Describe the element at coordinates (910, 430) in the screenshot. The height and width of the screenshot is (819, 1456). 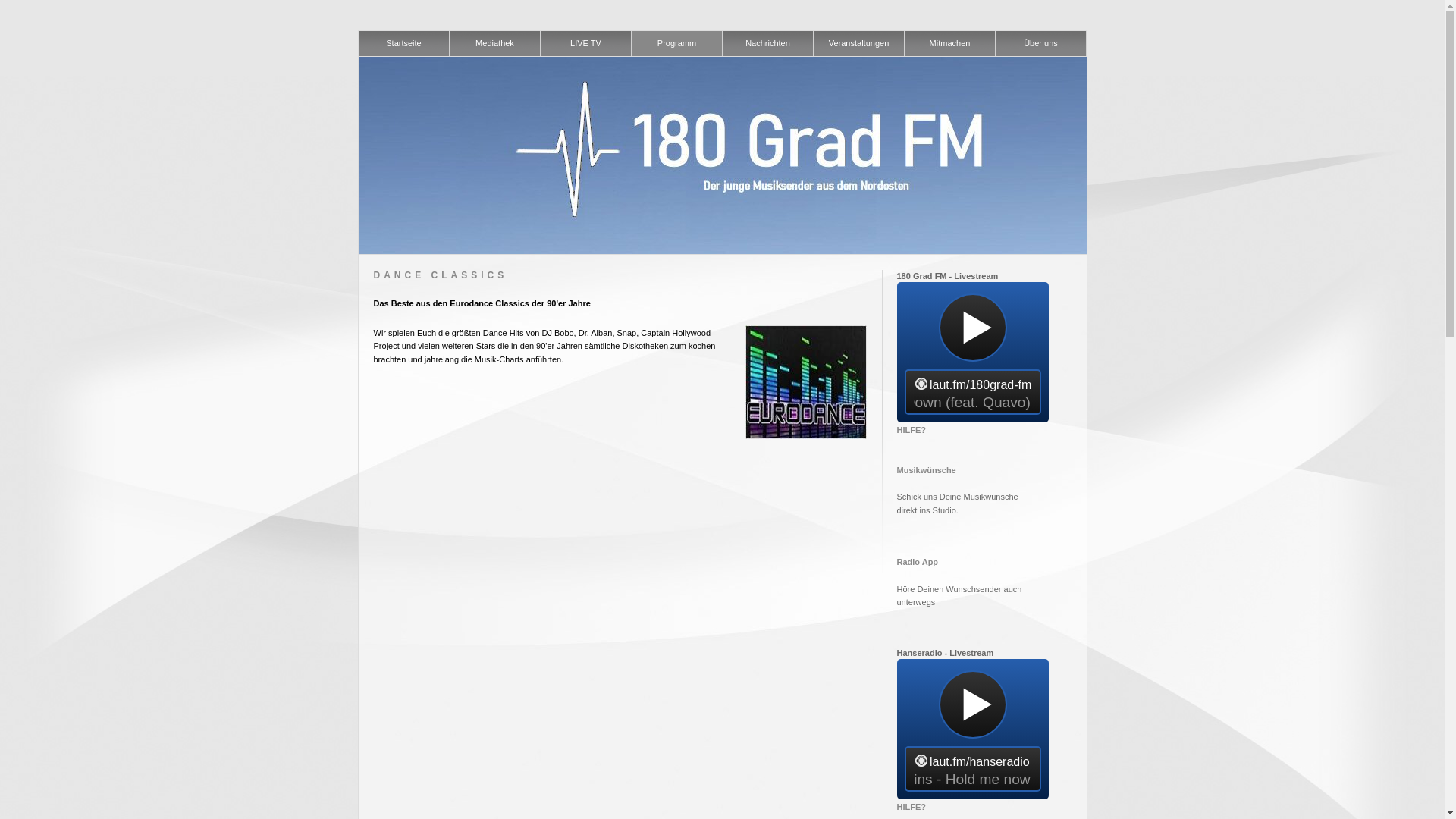
I see `'HILFE?'` at that location.